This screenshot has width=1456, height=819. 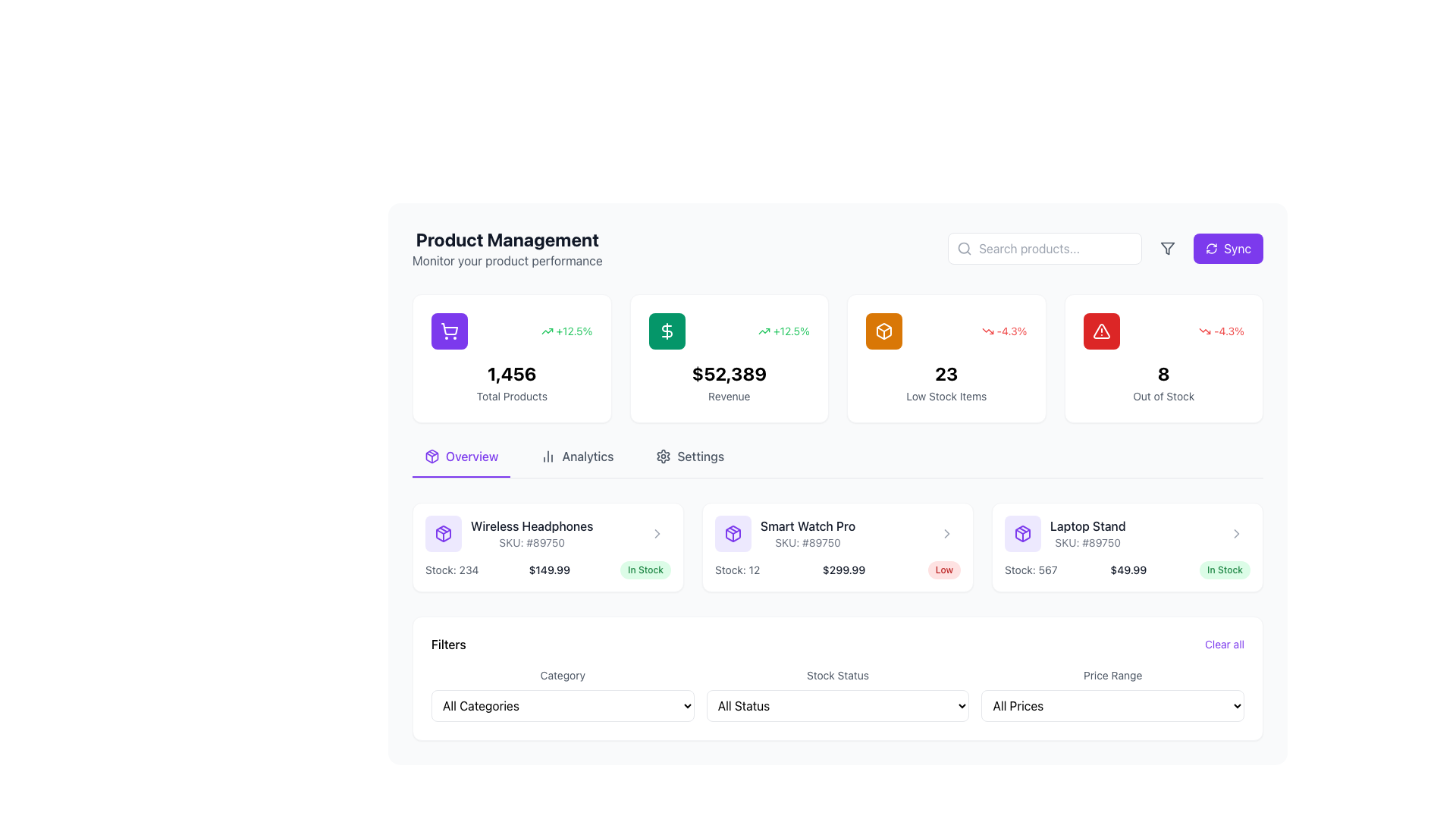 What do you see at coordinates (1087, 542) in the screenshot?
I see `the text label displaying the SKU number of the product 'Laptop Stand'` at bounding box center [1087, 542].